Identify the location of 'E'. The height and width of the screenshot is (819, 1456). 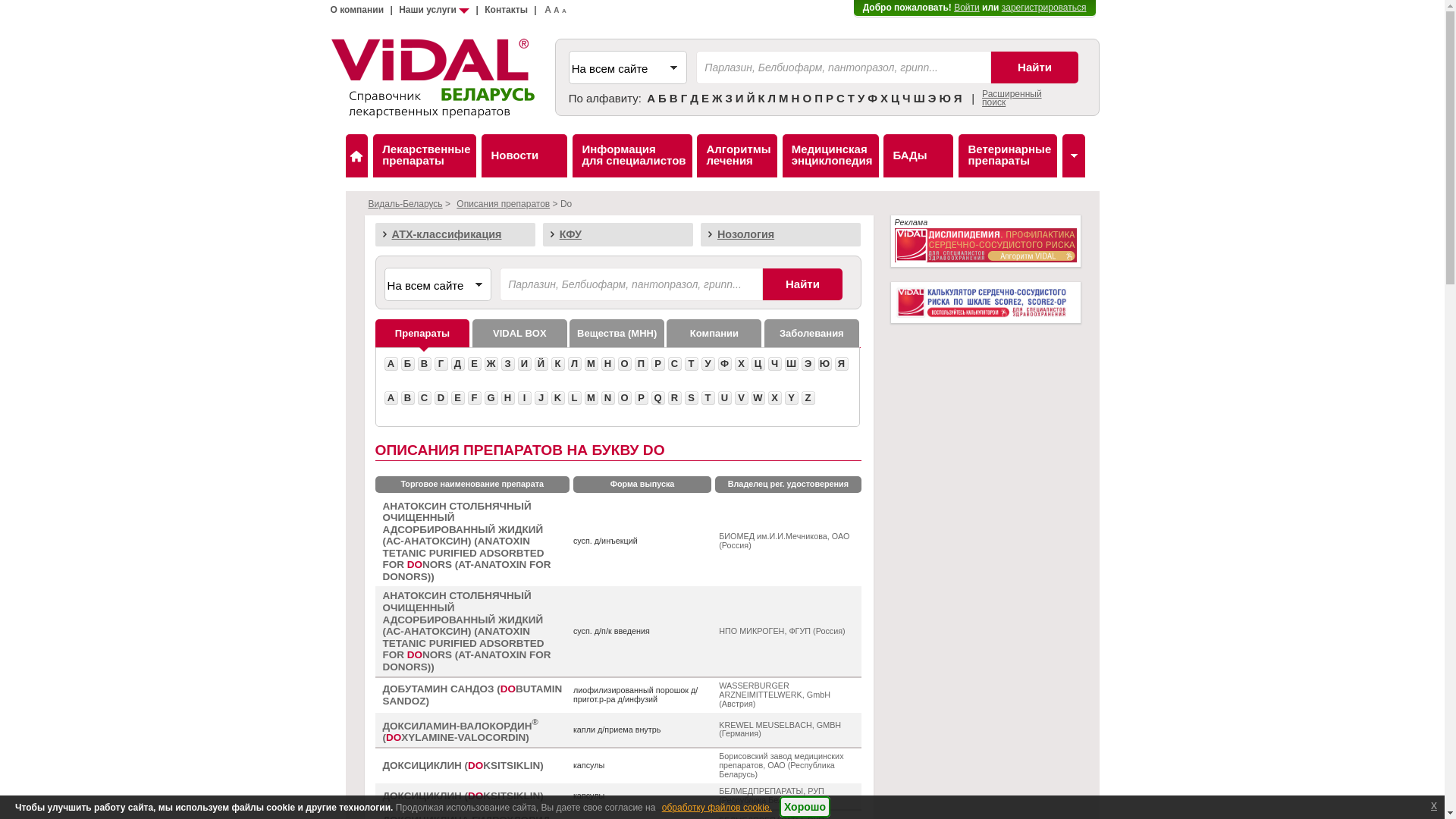
(457, 397).